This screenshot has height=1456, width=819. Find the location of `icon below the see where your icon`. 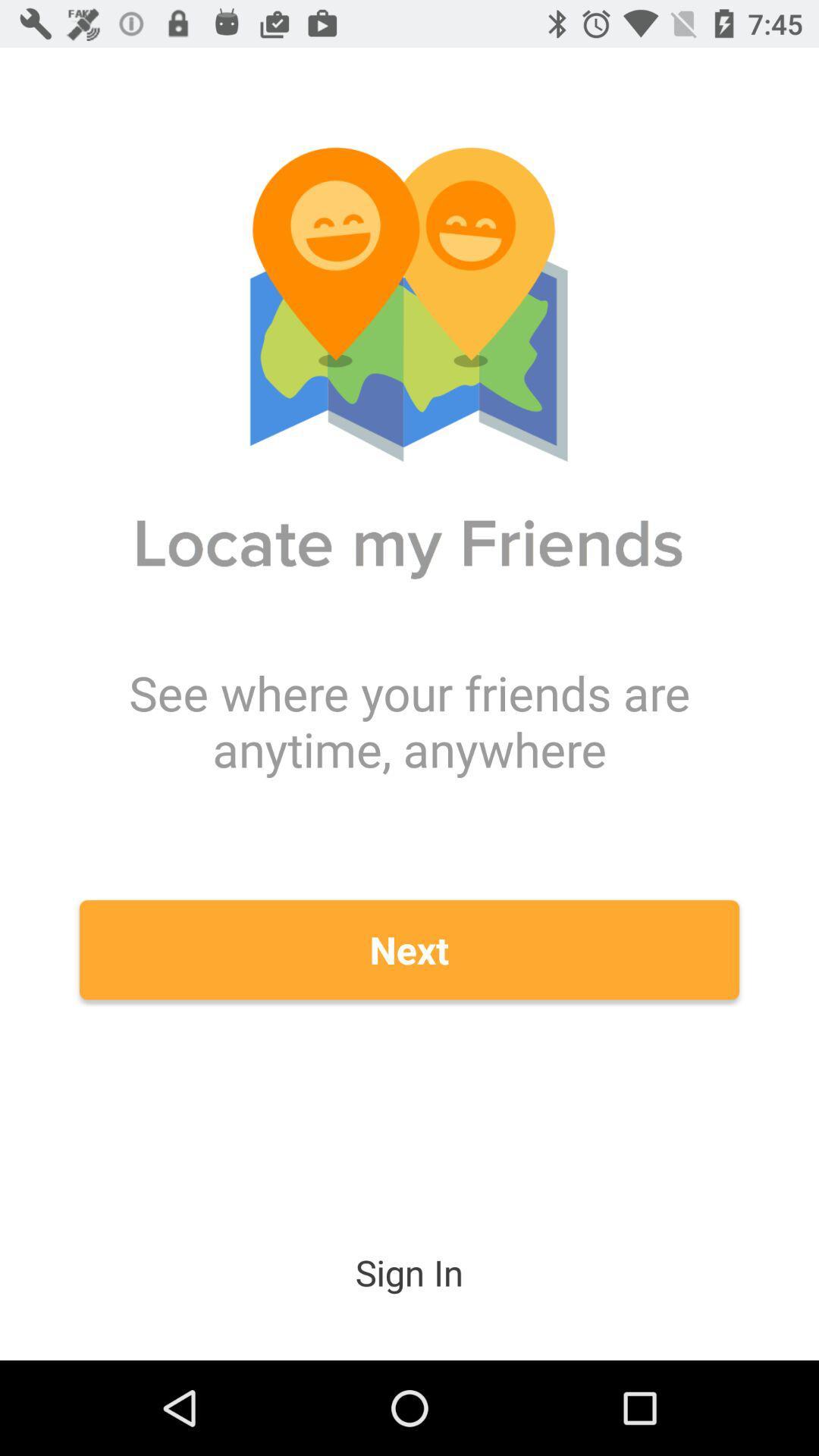

icon below the see where your icon is located at coordinates (409, 949).